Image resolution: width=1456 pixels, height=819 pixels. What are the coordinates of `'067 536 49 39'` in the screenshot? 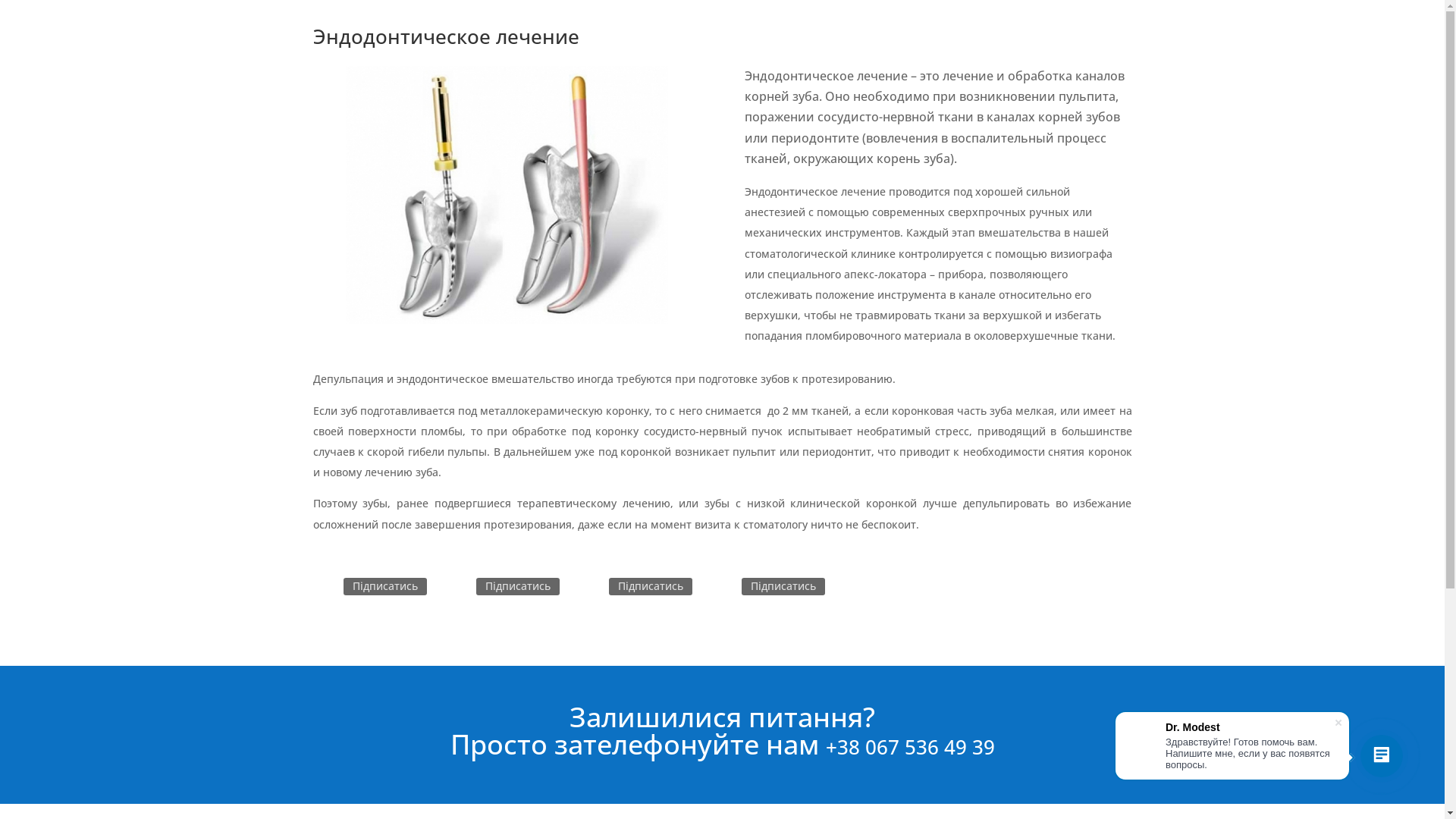 It's located at (864, 745).